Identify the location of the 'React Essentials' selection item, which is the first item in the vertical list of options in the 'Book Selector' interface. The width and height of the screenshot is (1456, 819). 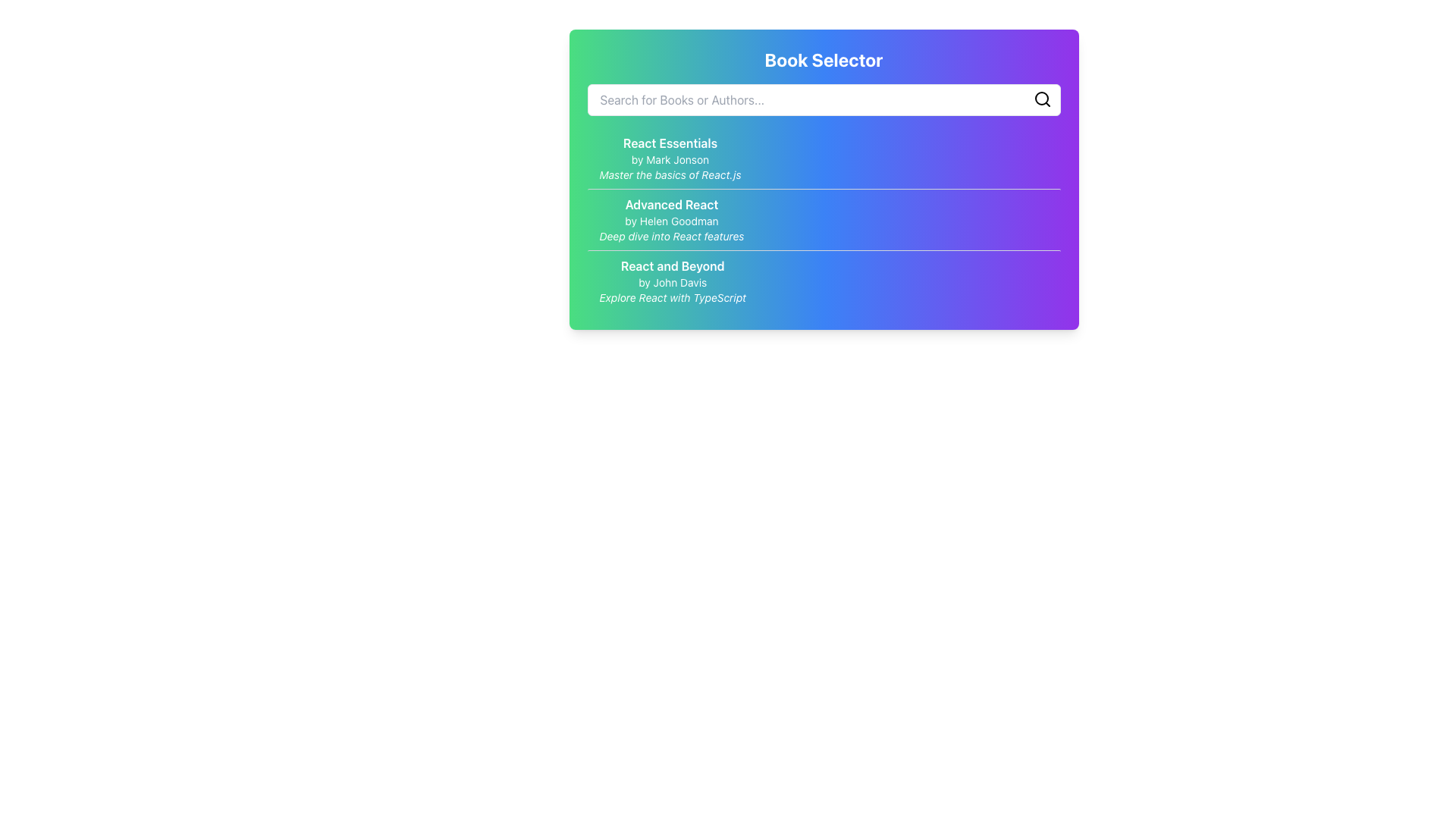
(823, 158).